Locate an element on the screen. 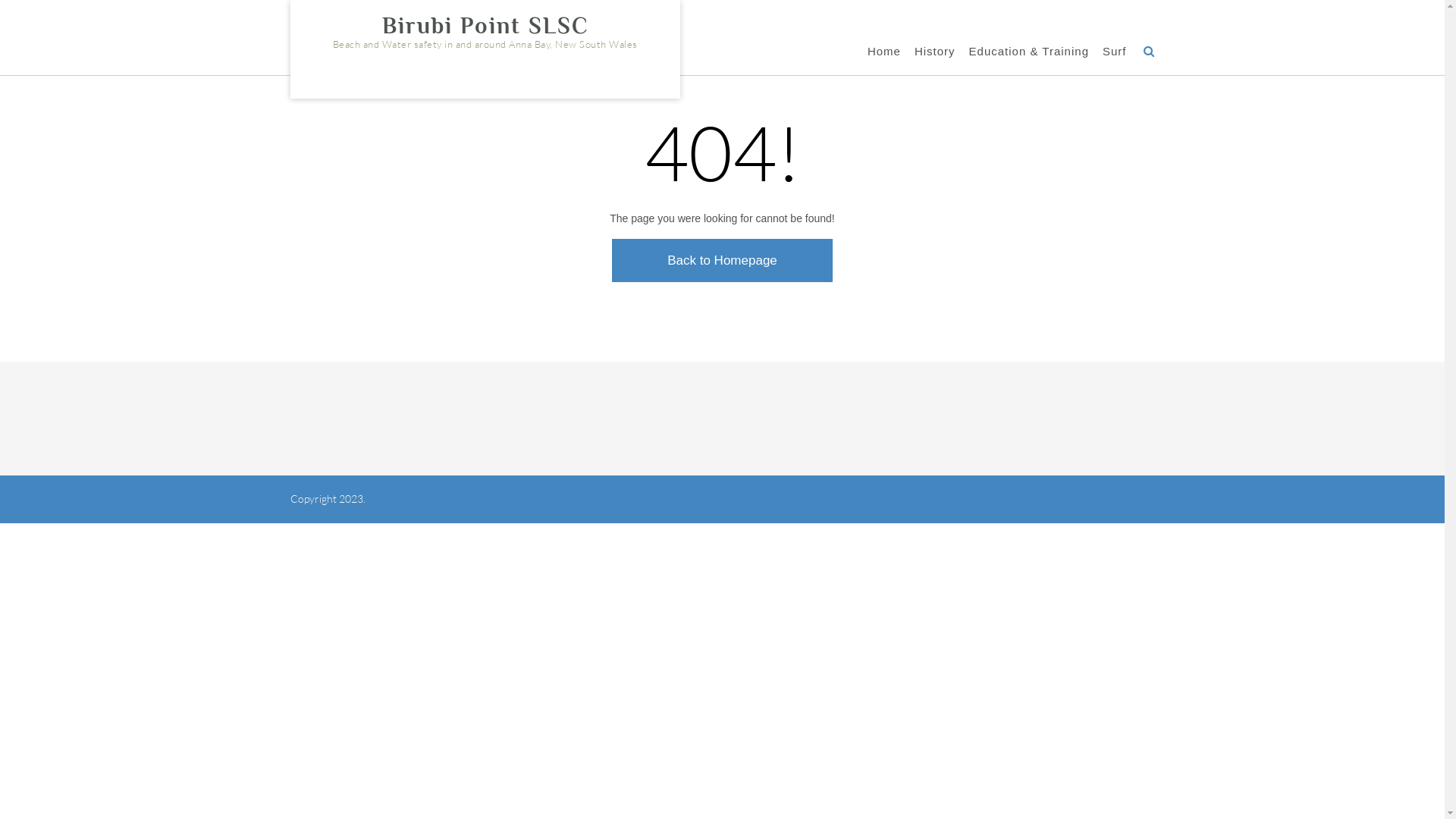 This screenshot has width=1456, height=819. 'Education & Training' is located at coordinates (1029, 51).